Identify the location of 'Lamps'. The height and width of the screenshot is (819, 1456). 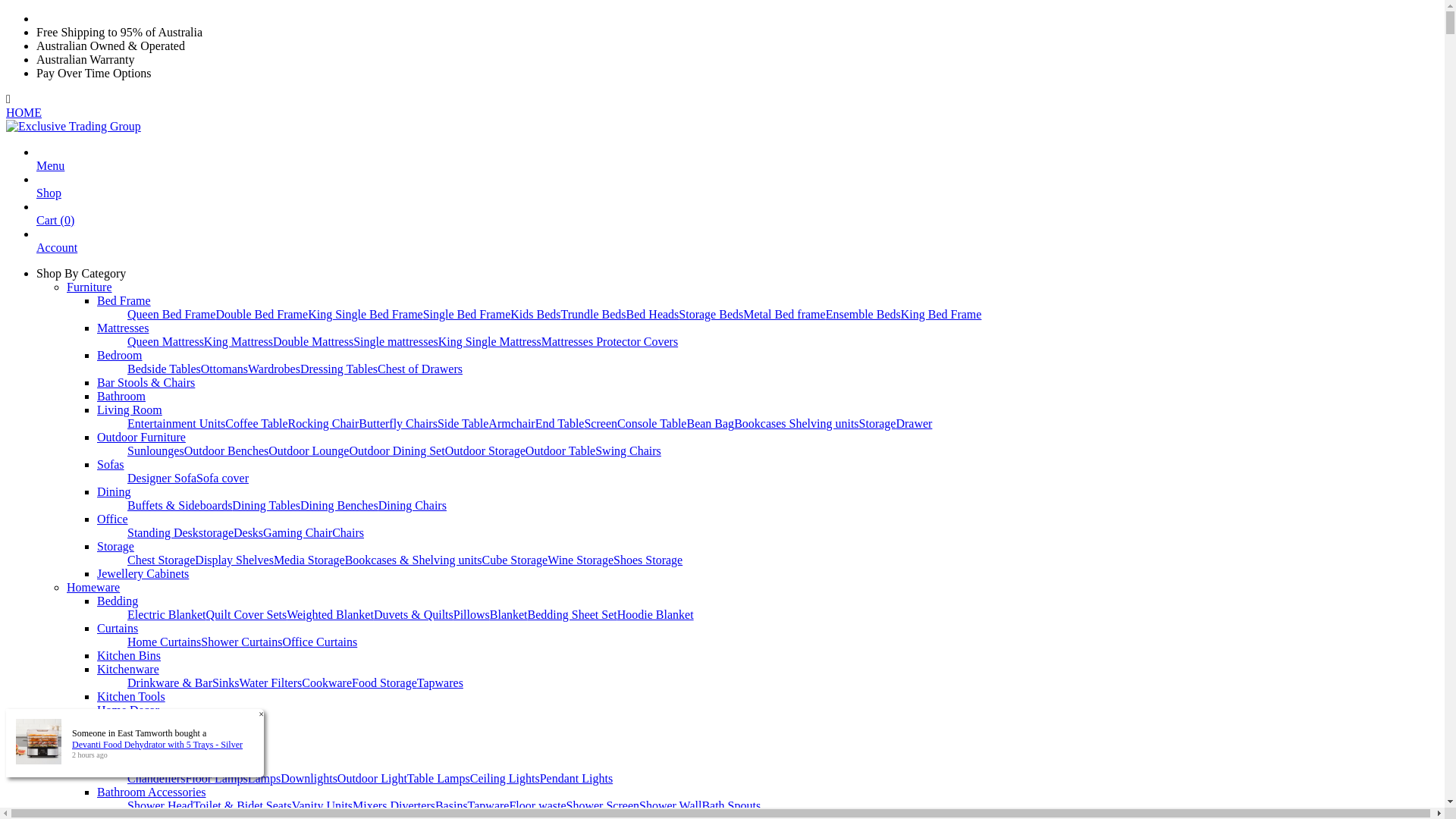
(265, 778).